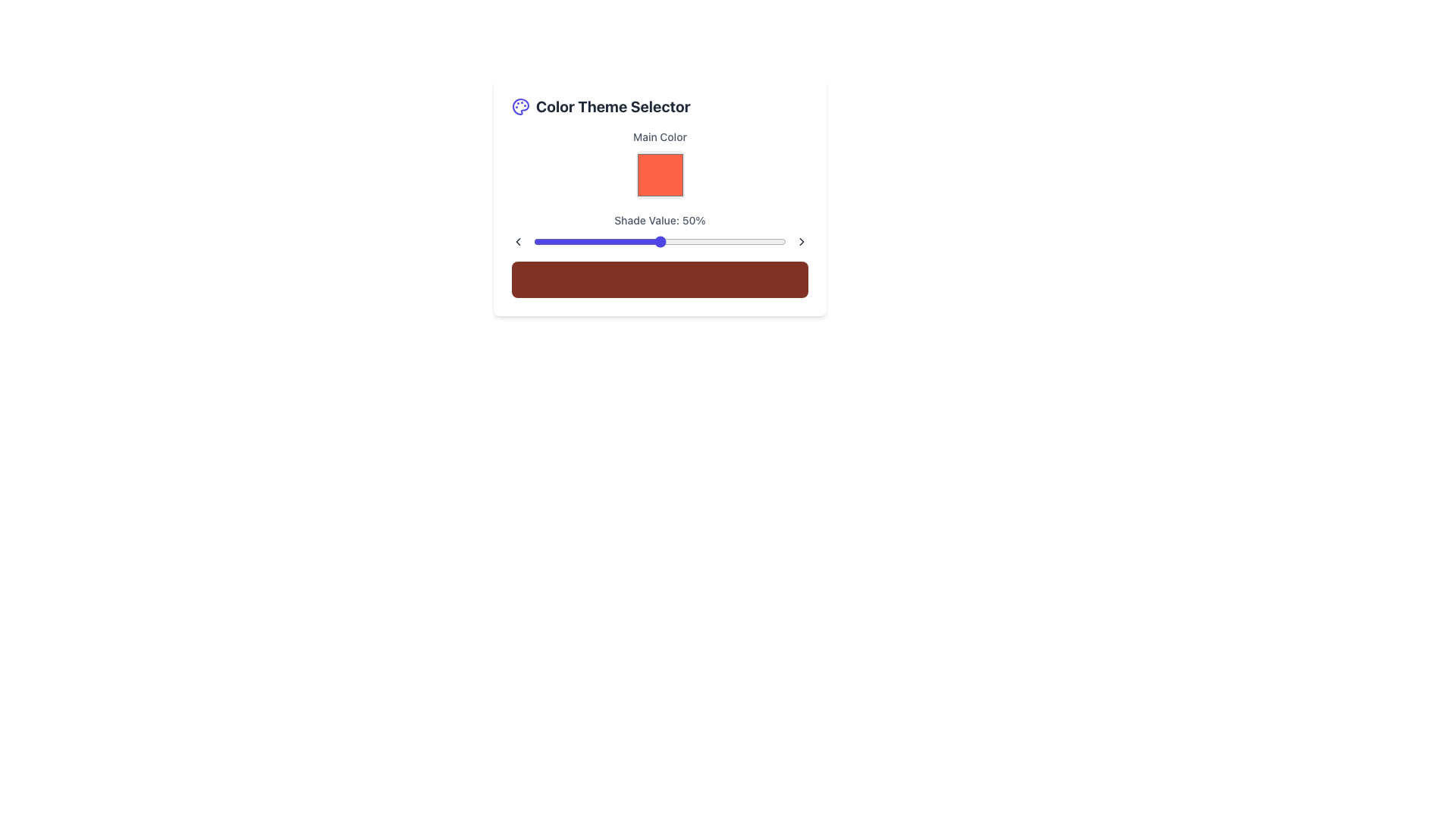 The height and width of the screenshot is (819, 1456). Describe the element at coordinates (722, 241) in the screenshot. I see `the shade value` at that location.